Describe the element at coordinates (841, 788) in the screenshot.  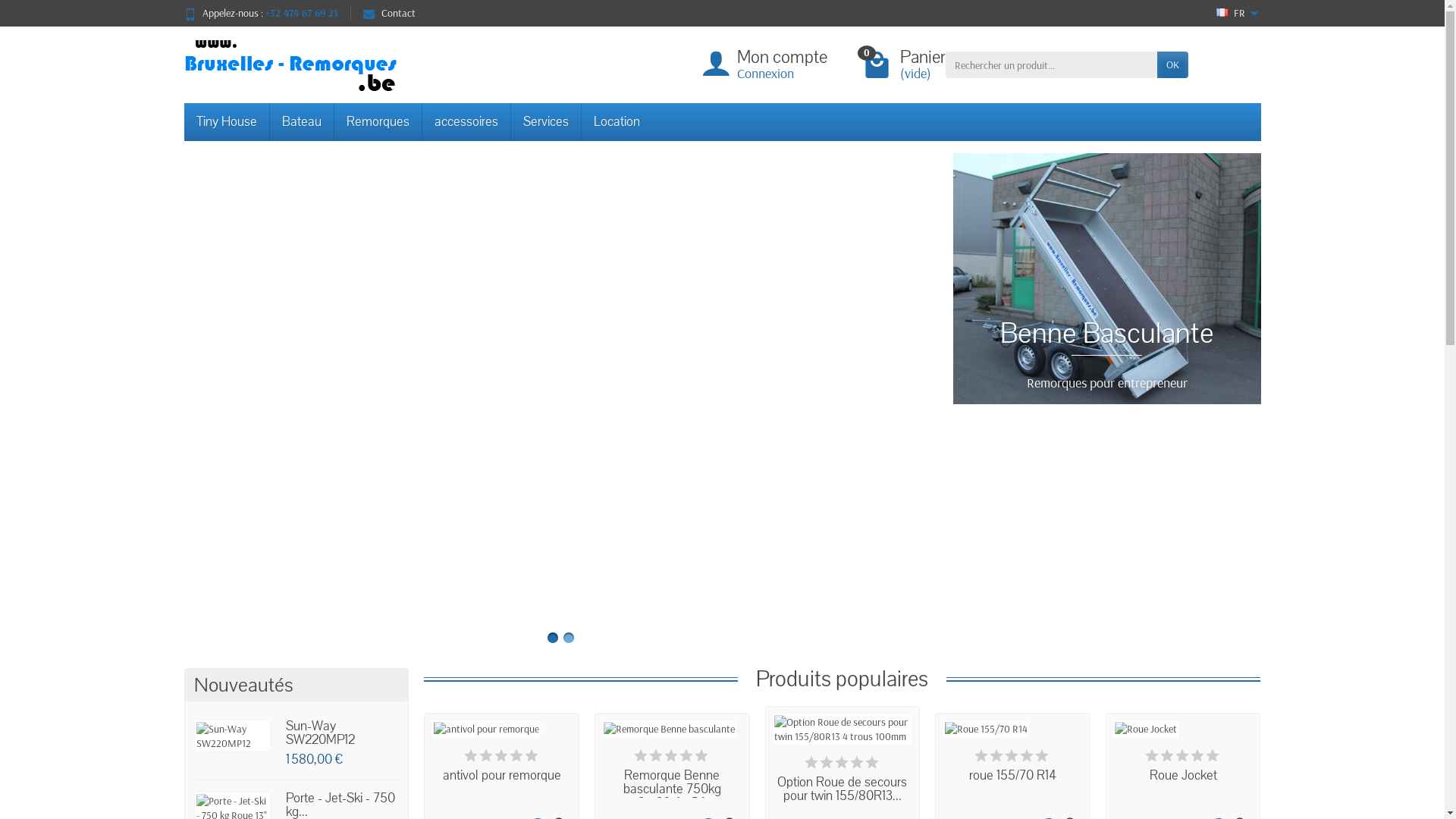
I see `'Option Roue de secours pour twin 155/80R13...'` at that location.